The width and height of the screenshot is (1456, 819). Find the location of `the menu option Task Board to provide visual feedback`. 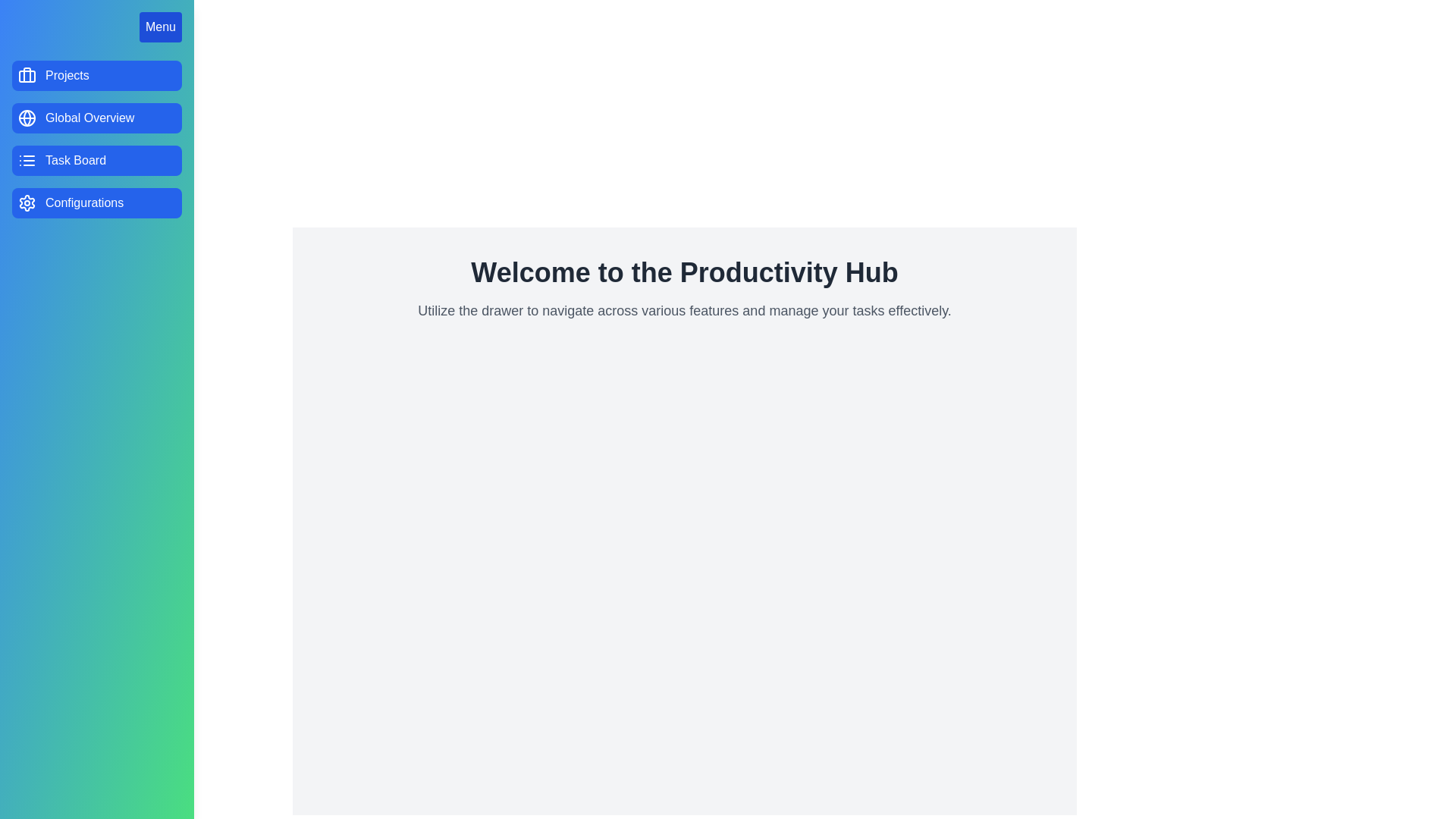

the menu option Task Board to provide visual feedback is located at coordinates (96, 161).